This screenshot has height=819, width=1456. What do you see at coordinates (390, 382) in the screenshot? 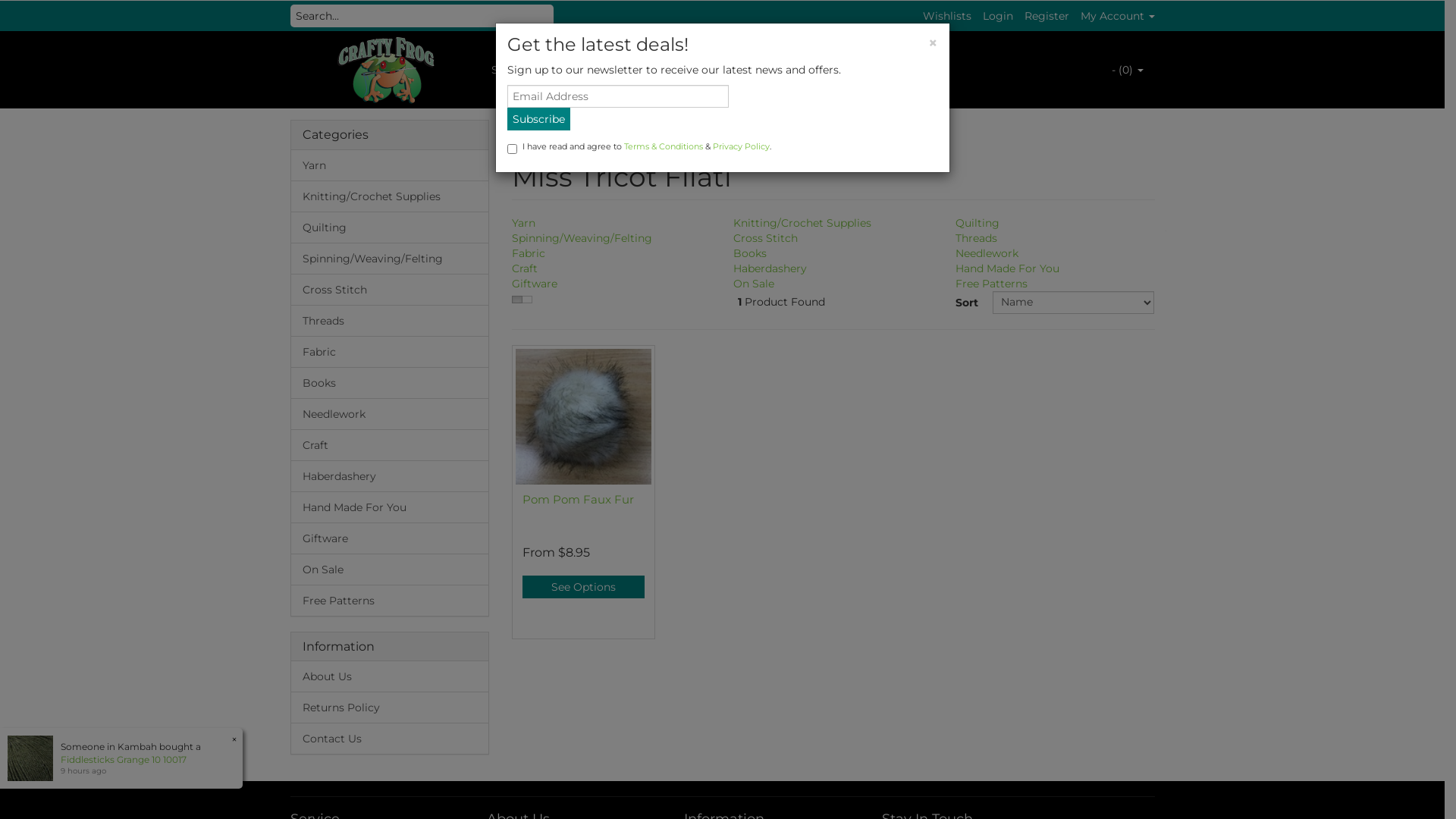
I see `'Books'` at bounding box center [390, 382].